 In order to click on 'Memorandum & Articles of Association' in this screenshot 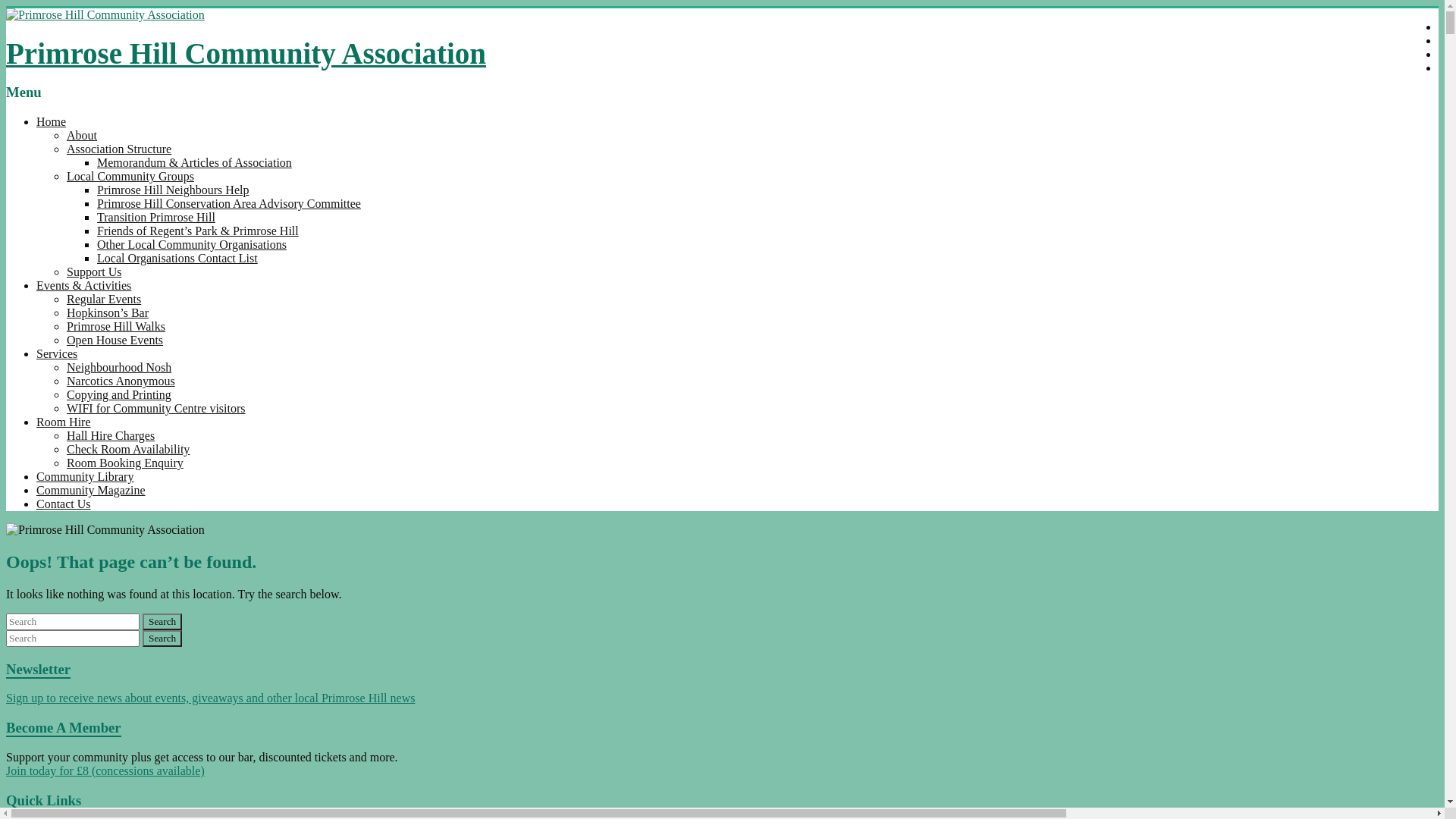, I will do `click(193, 162)`.